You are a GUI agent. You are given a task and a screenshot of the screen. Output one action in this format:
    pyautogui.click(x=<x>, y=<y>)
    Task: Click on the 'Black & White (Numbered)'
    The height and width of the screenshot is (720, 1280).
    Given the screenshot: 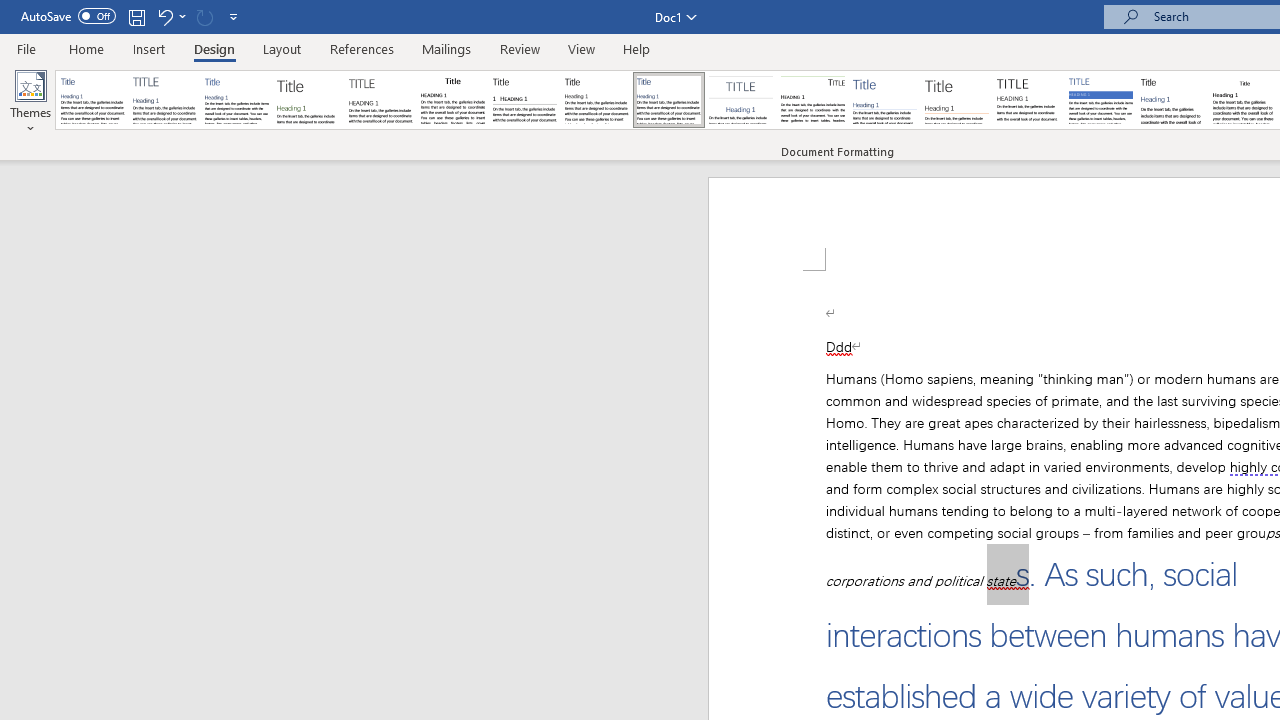 What is the action you would take?
    pyautogui.click(x=524, y=100)
    